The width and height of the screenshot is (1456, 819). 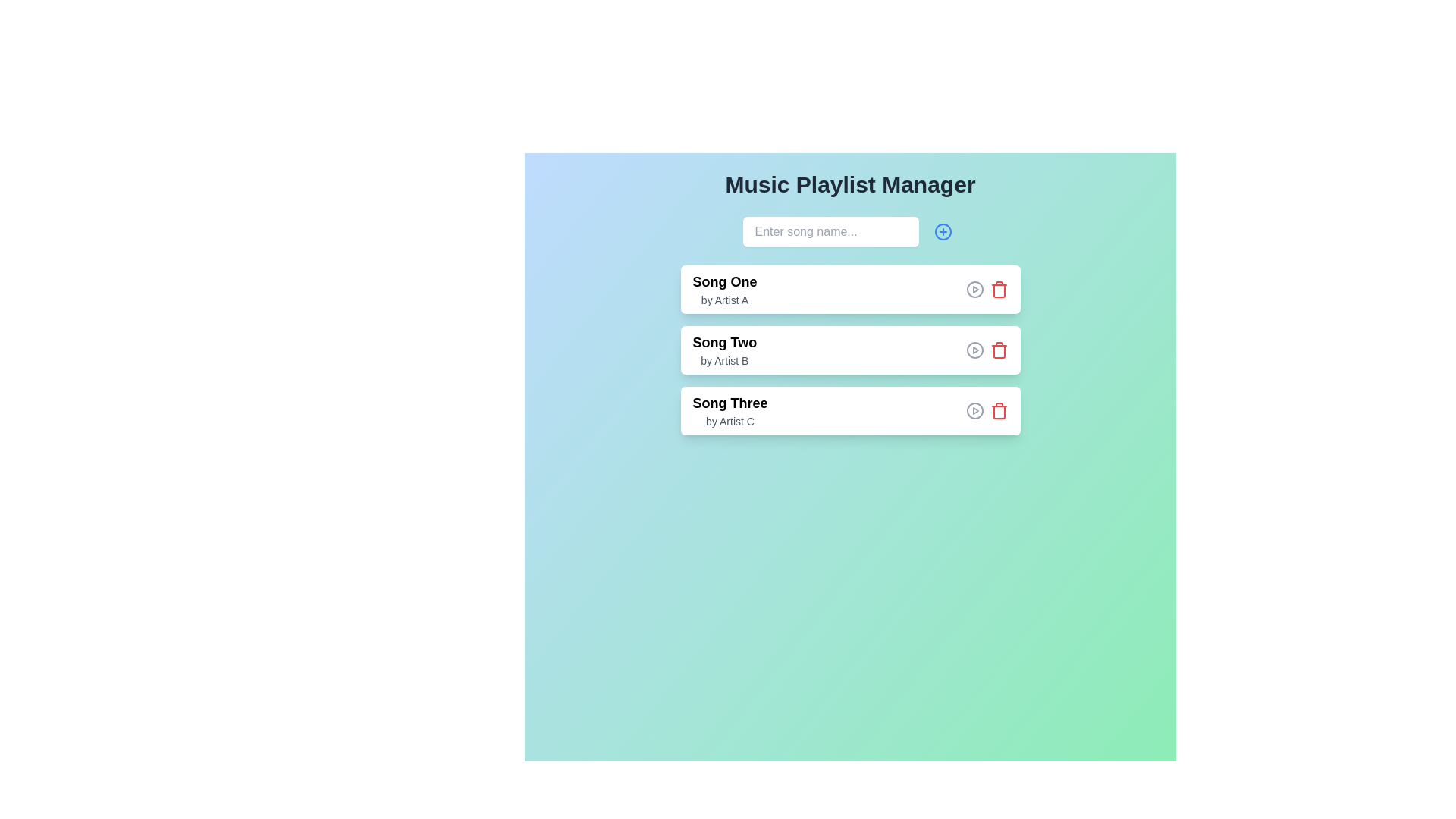 I want to click on the text element displaying the title 'Song Two' and subtitle 'by Artist B' in the music playlist manager interface, so click(x=723, y=350).